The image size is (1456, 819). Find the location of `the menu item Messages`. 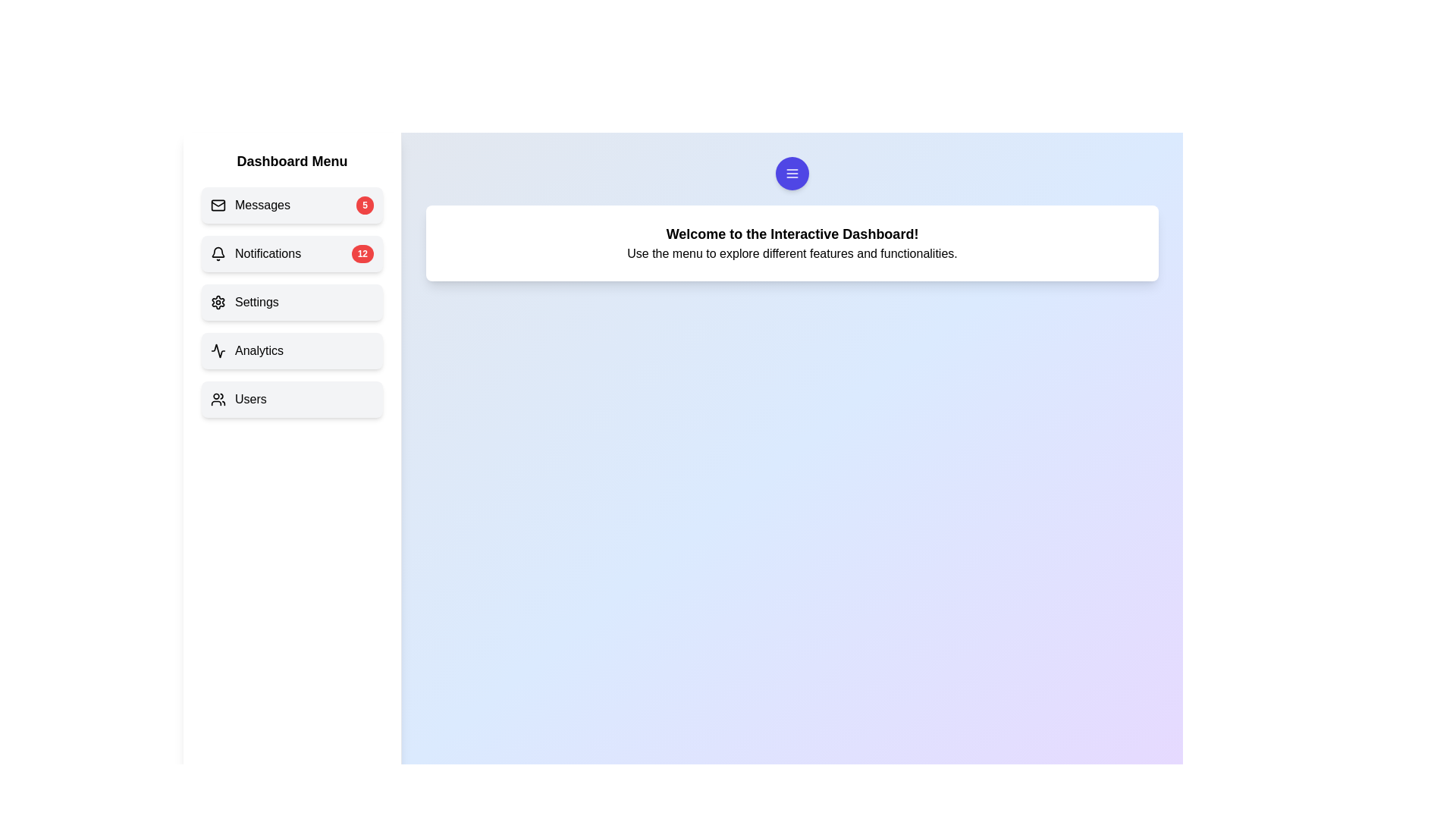

the menu item Messages is located at coordinates (292, 205).